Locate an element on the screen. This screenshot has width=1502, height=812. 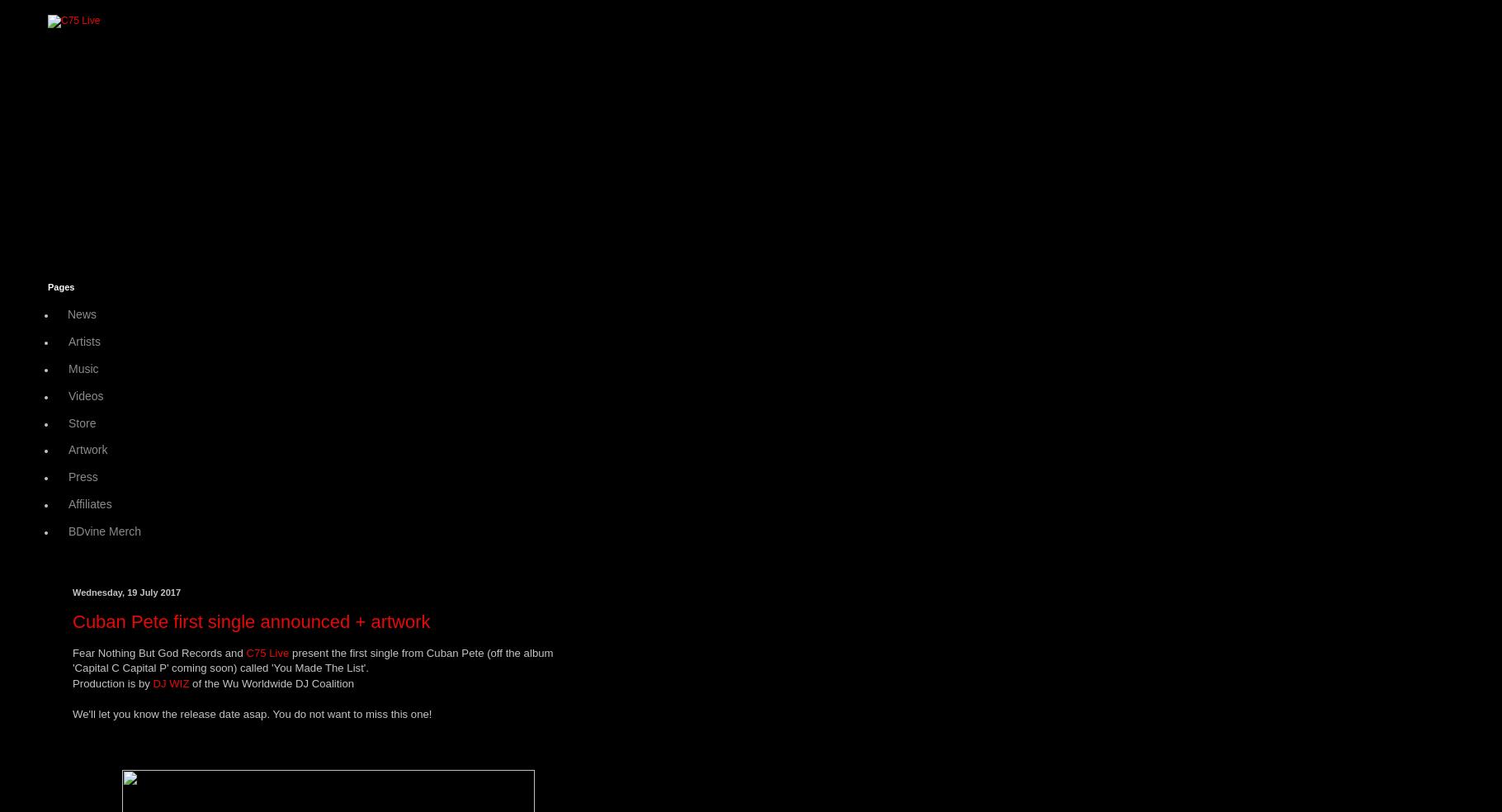
'of the Wu Worldwide DJ Coalition' is located at coordinates (272, 682).